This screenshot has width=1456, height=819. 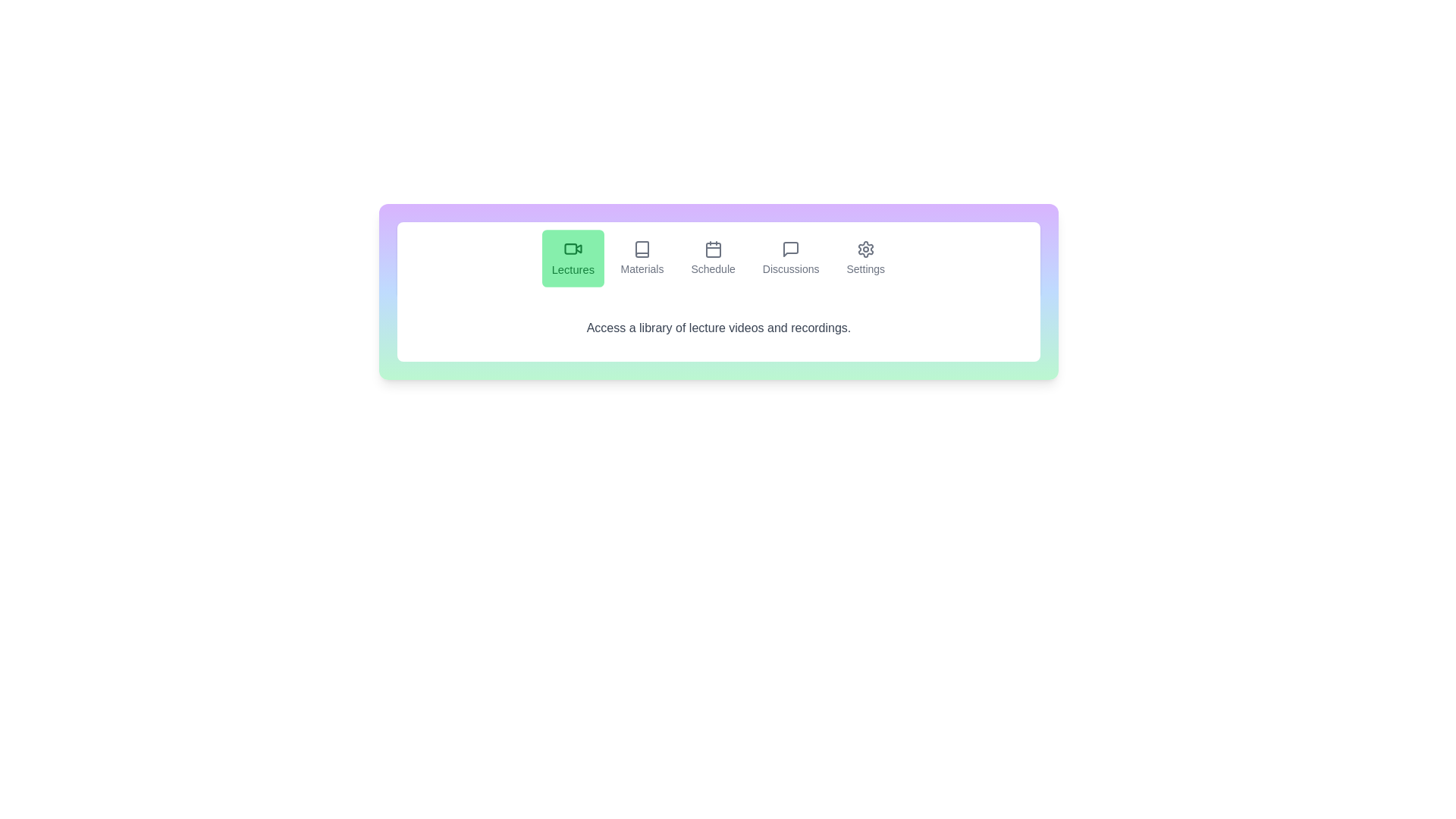 I want to click on the Discussions tab, so click(x=790, y=257).